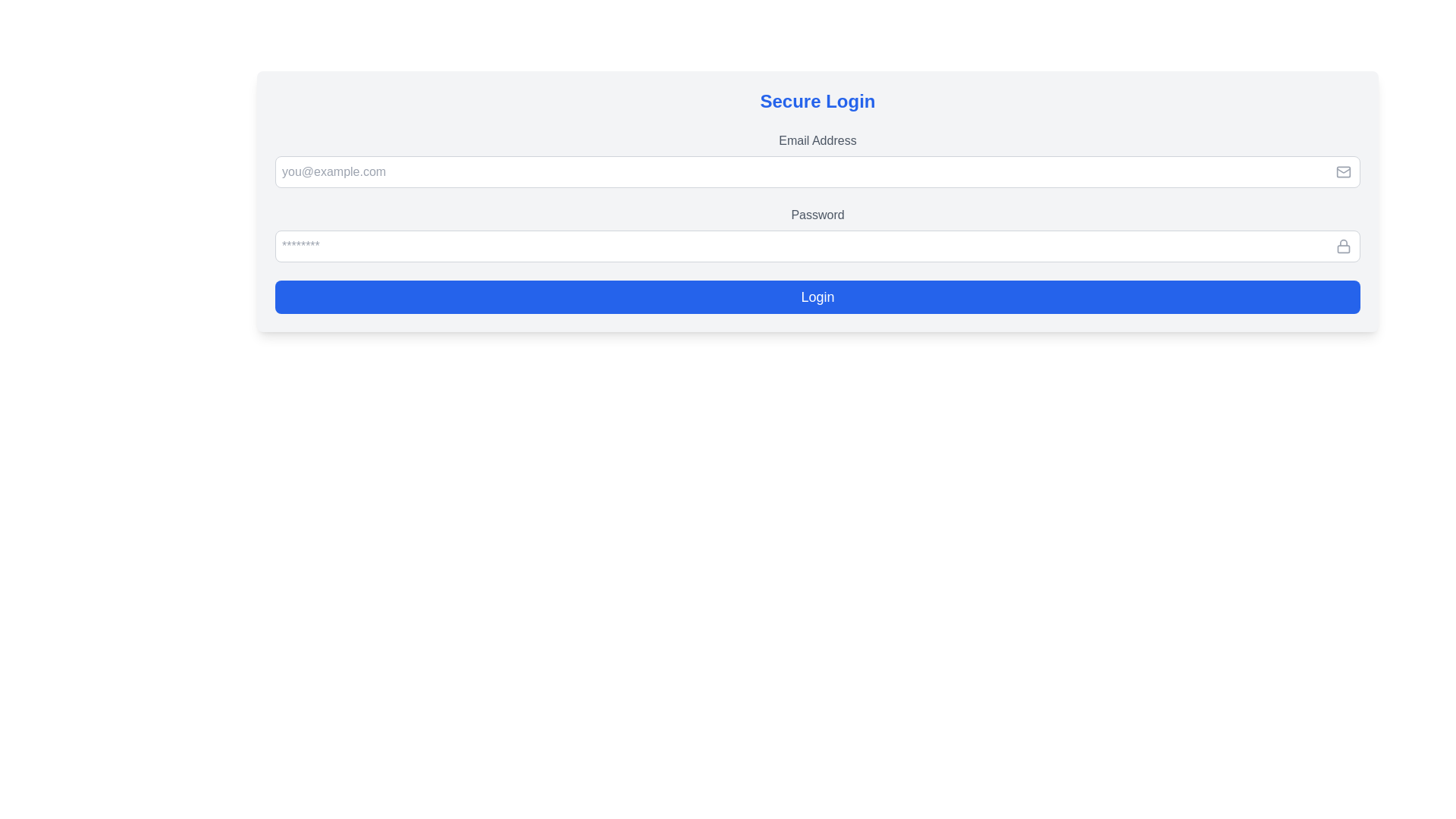  I want to click on the decorative SVG element that is a rectangular outline within an envelope-shaped icon, located, so click(1343, 171).